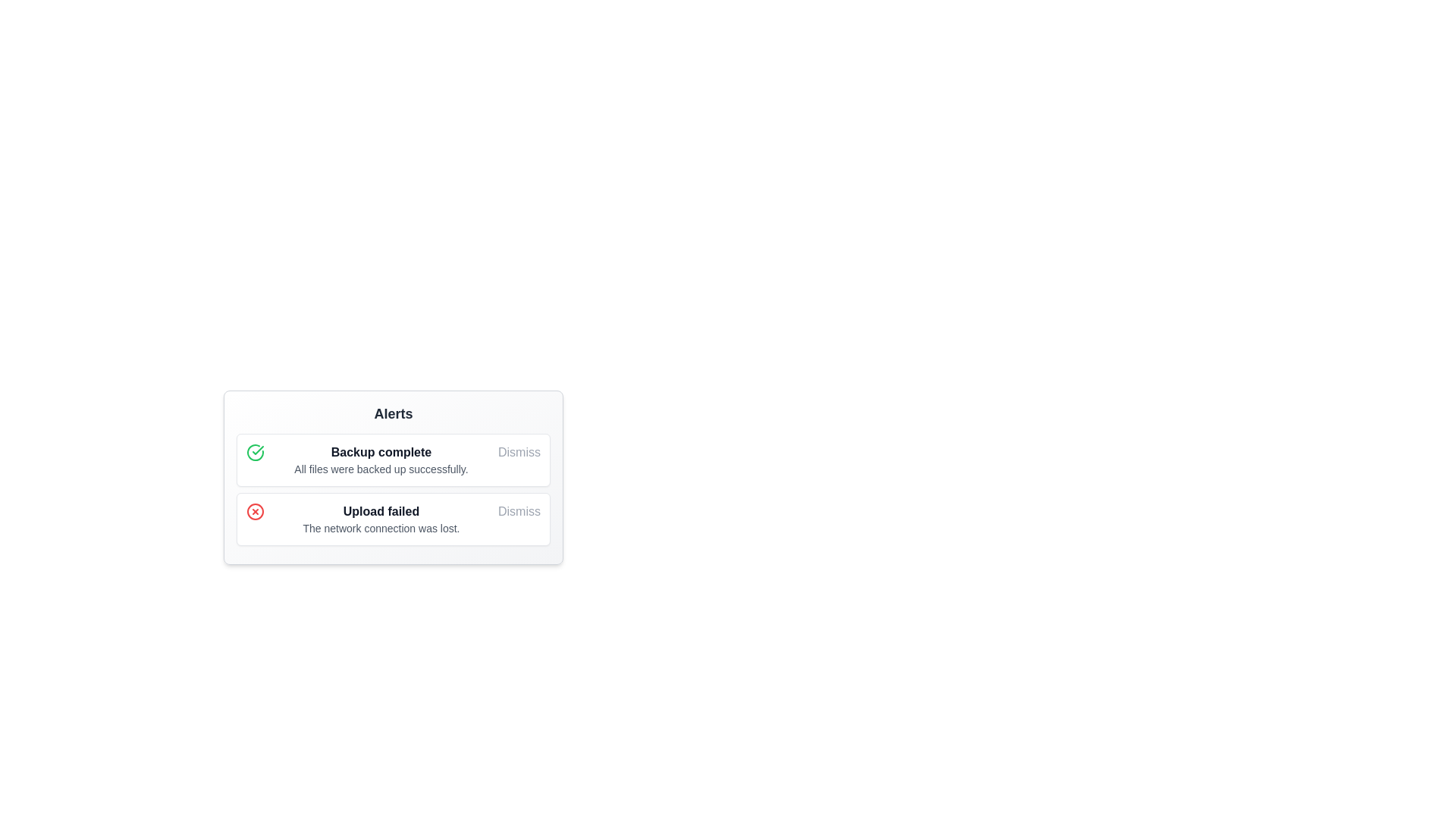 The image size is (1456, 819). Describe the element at coordinates (259, 452) in the screenshot. I see `the success icon that indicates the backup process was successful, located at the top-left corner of the 'Backup complete' notification block` at that location.